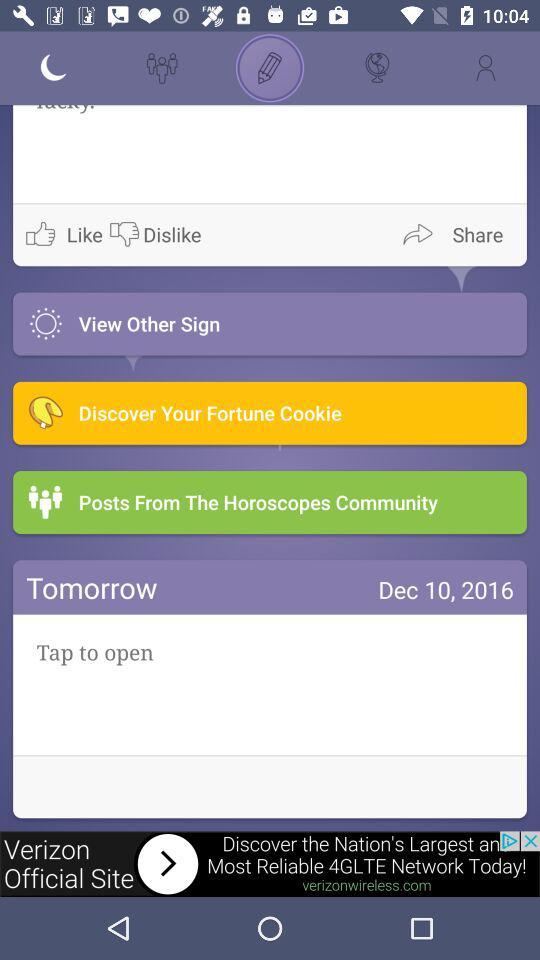  Describe the element at coordinates (270, 863) in the screenshot. I see `open advertisement` at that location.